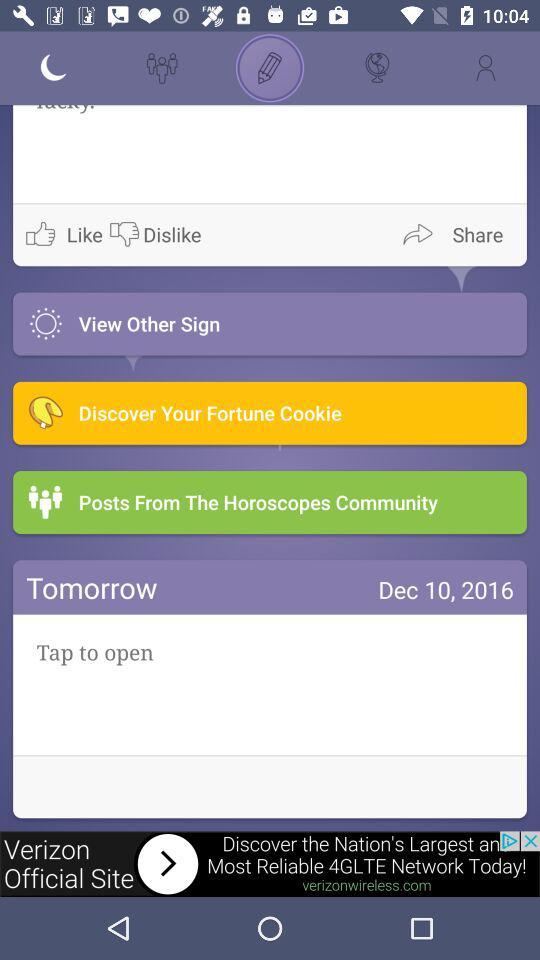  Describe the element at coordinates (270, 863) in the screenshot. I see `open advertisement` at that location.